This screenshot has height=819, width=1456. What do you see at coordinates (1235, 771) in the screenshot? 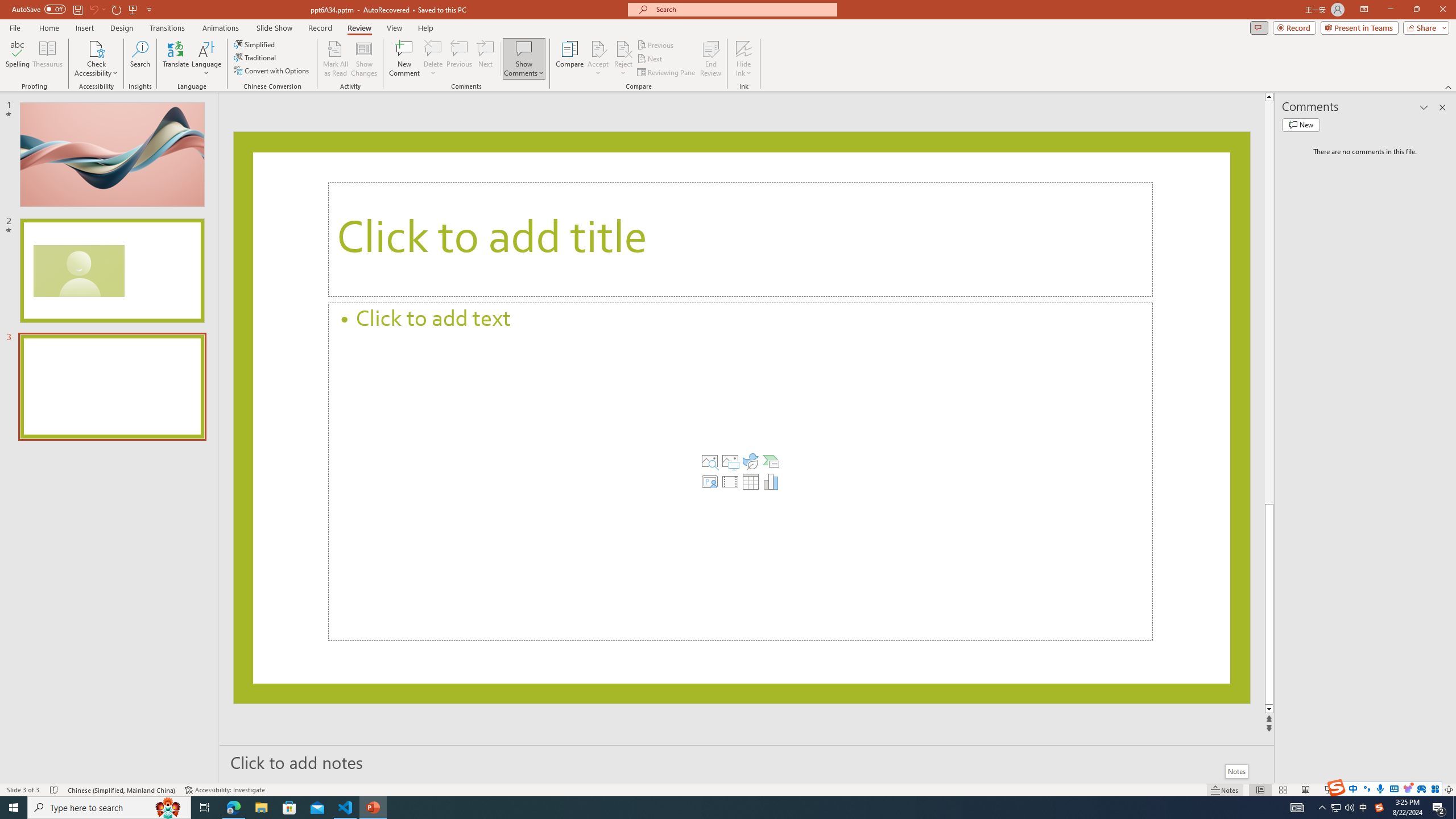
I see `'Notes'` at bounding box center [1235, 771].